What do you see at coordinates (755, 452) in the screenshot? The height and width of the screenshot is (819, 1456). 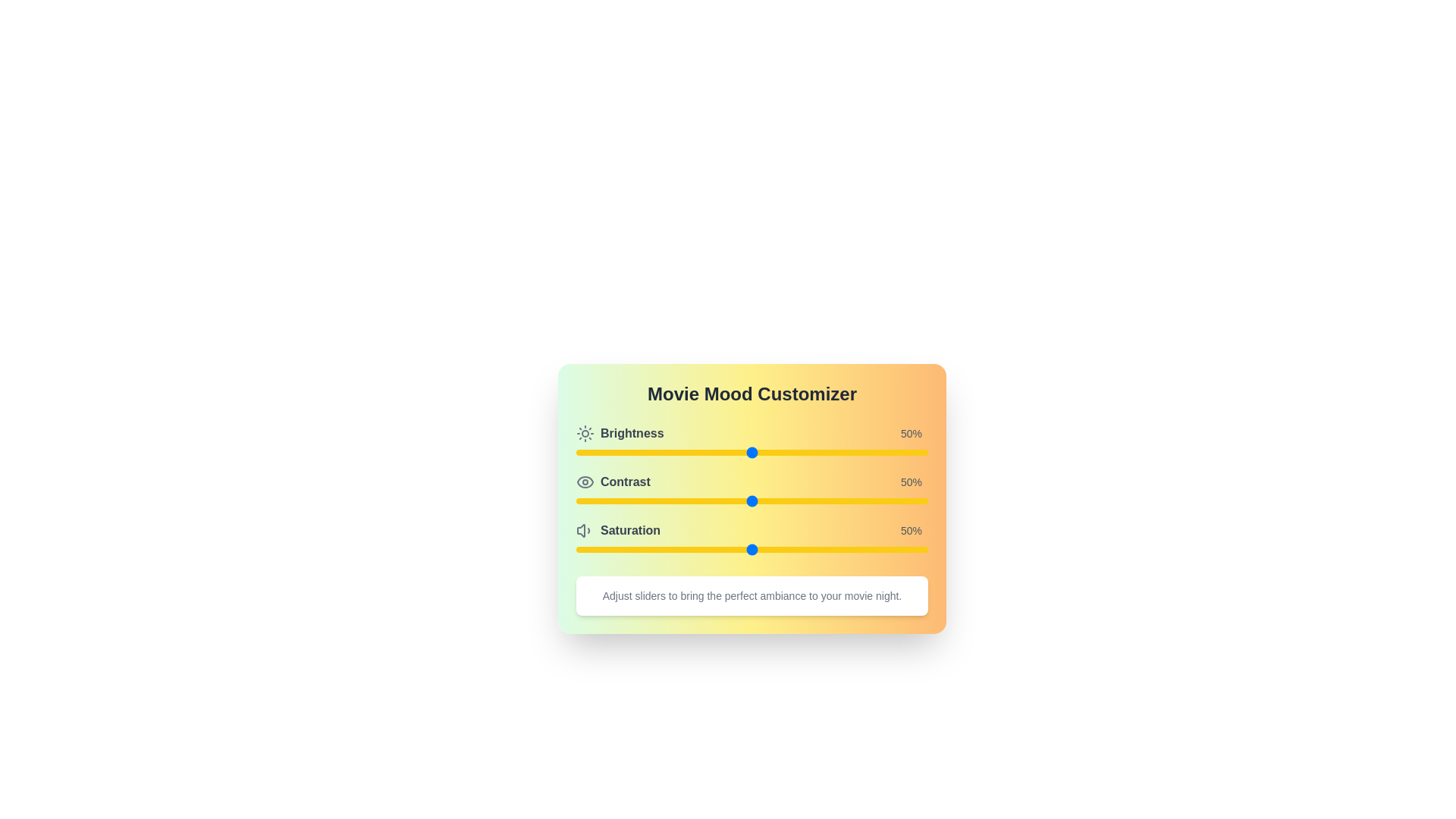 I see `brightness` at bounding box center [755, 452].